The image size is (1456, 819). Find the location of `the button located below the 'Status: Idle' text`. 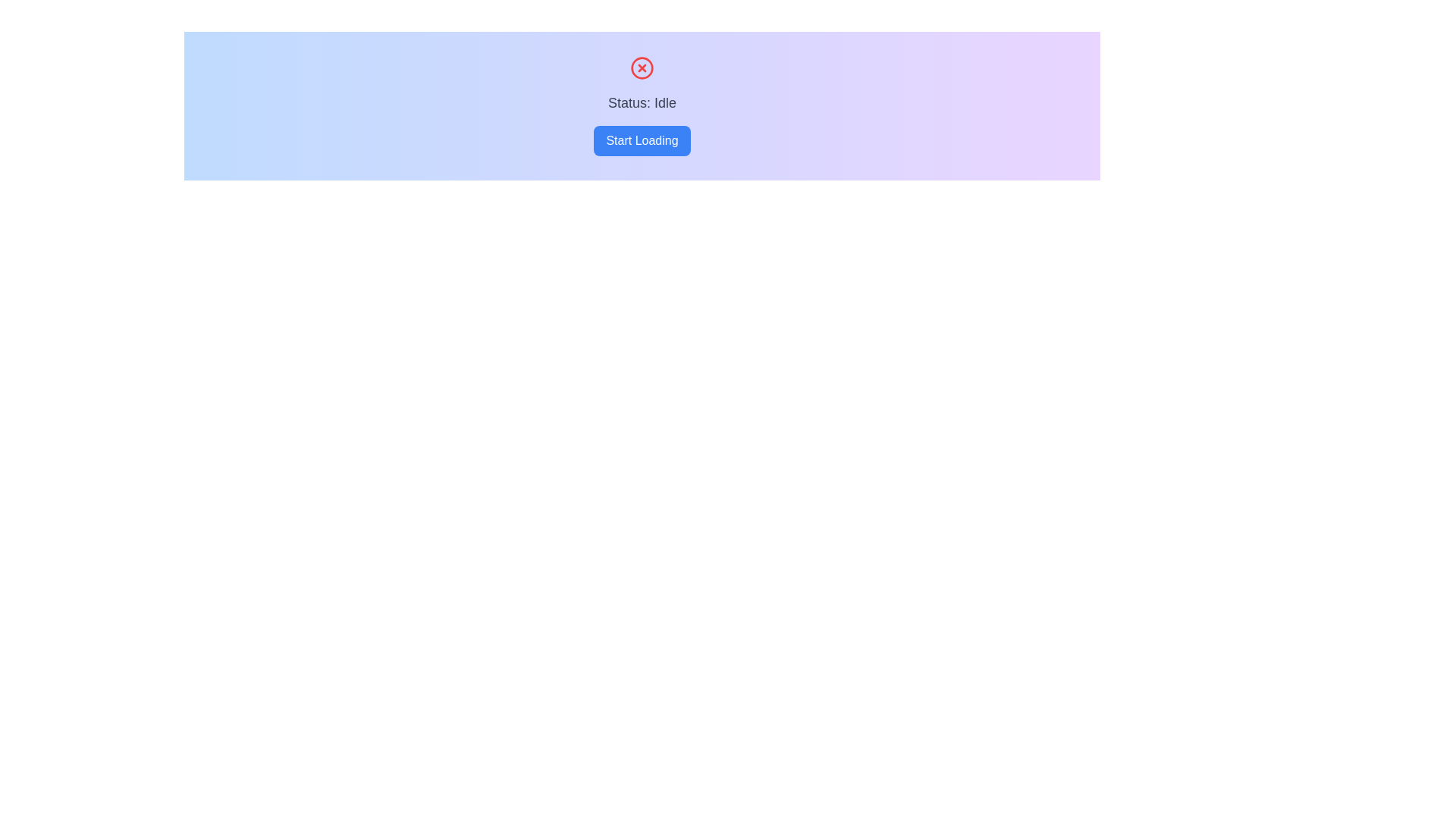

the button located below the 'Status: Idle' text is located at coordinates (642, 140).